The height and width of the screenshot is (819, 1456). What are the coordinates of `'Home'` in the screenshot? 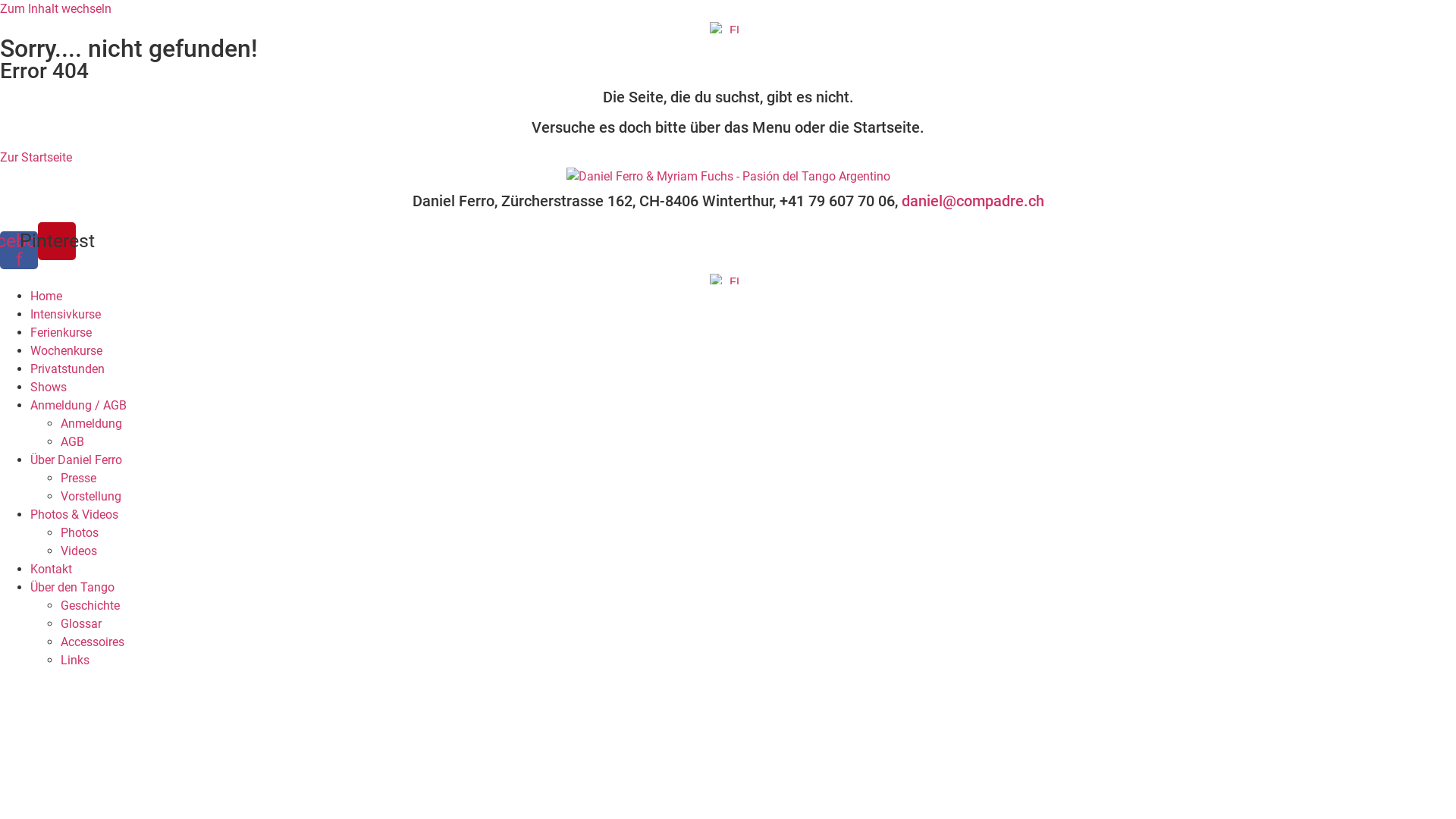 It's located at (46, 296).